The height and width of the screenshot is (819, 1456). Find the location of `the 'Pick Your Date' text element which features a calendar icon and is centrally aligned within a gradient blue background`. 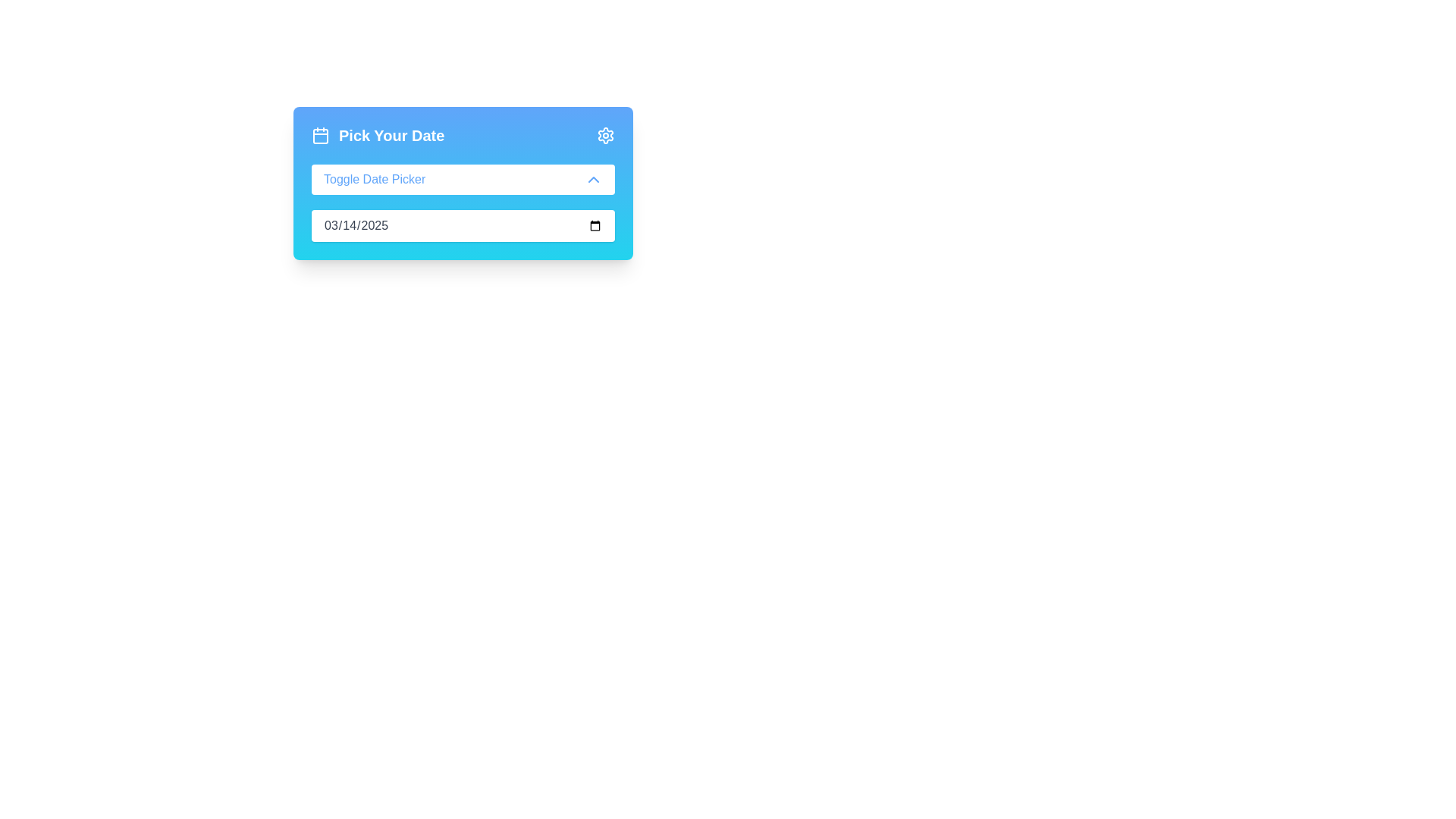

the 'Pick Your Date' text element which features a calendar icon and is centrally aligned within a gradient blue background is located at coordinates (378, 134).